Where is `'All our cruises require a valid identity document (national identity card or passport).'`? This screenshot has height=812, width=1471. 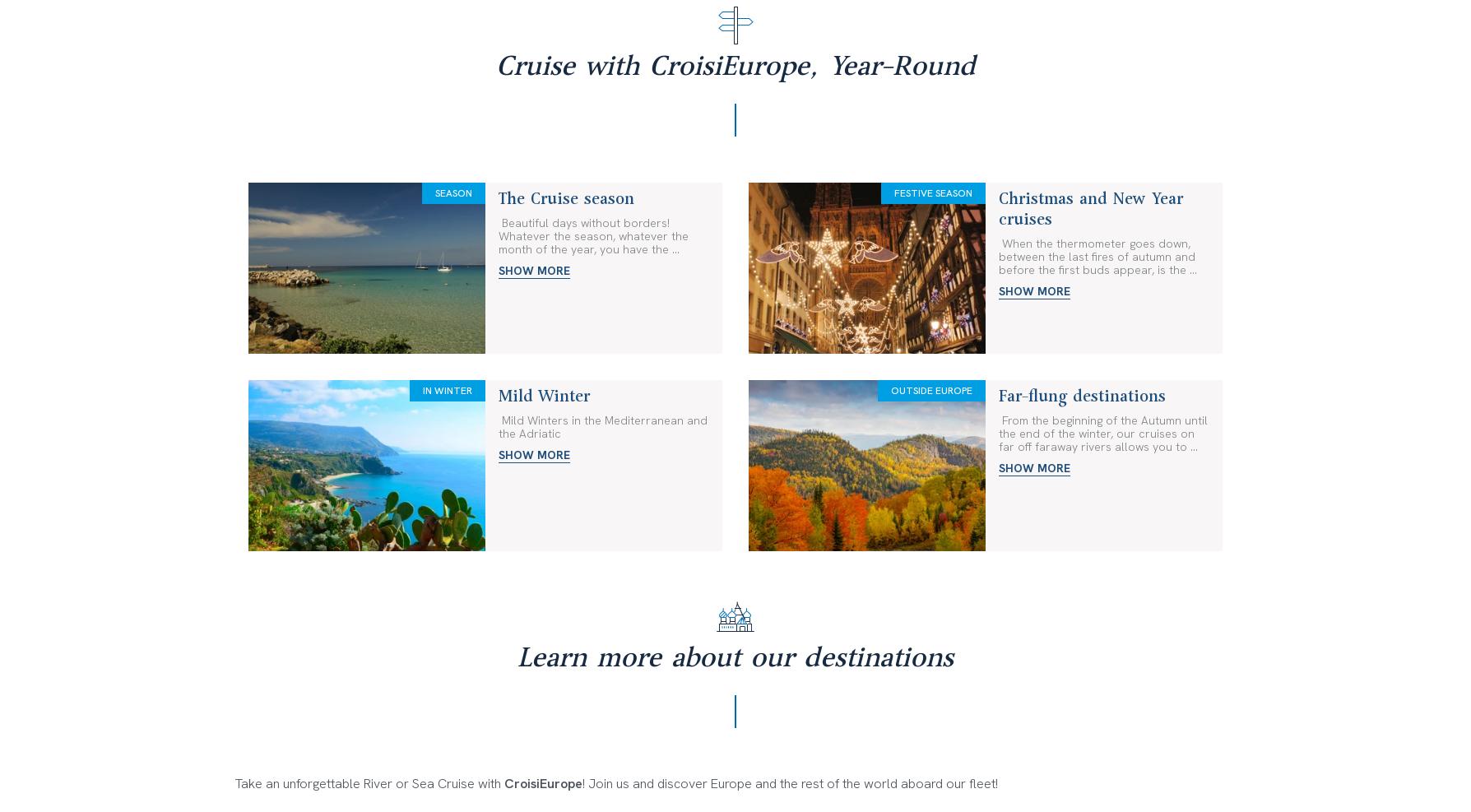
'All our cruises require a valid identity document (national identity card or passport).' is located at coordinates (498, 412).